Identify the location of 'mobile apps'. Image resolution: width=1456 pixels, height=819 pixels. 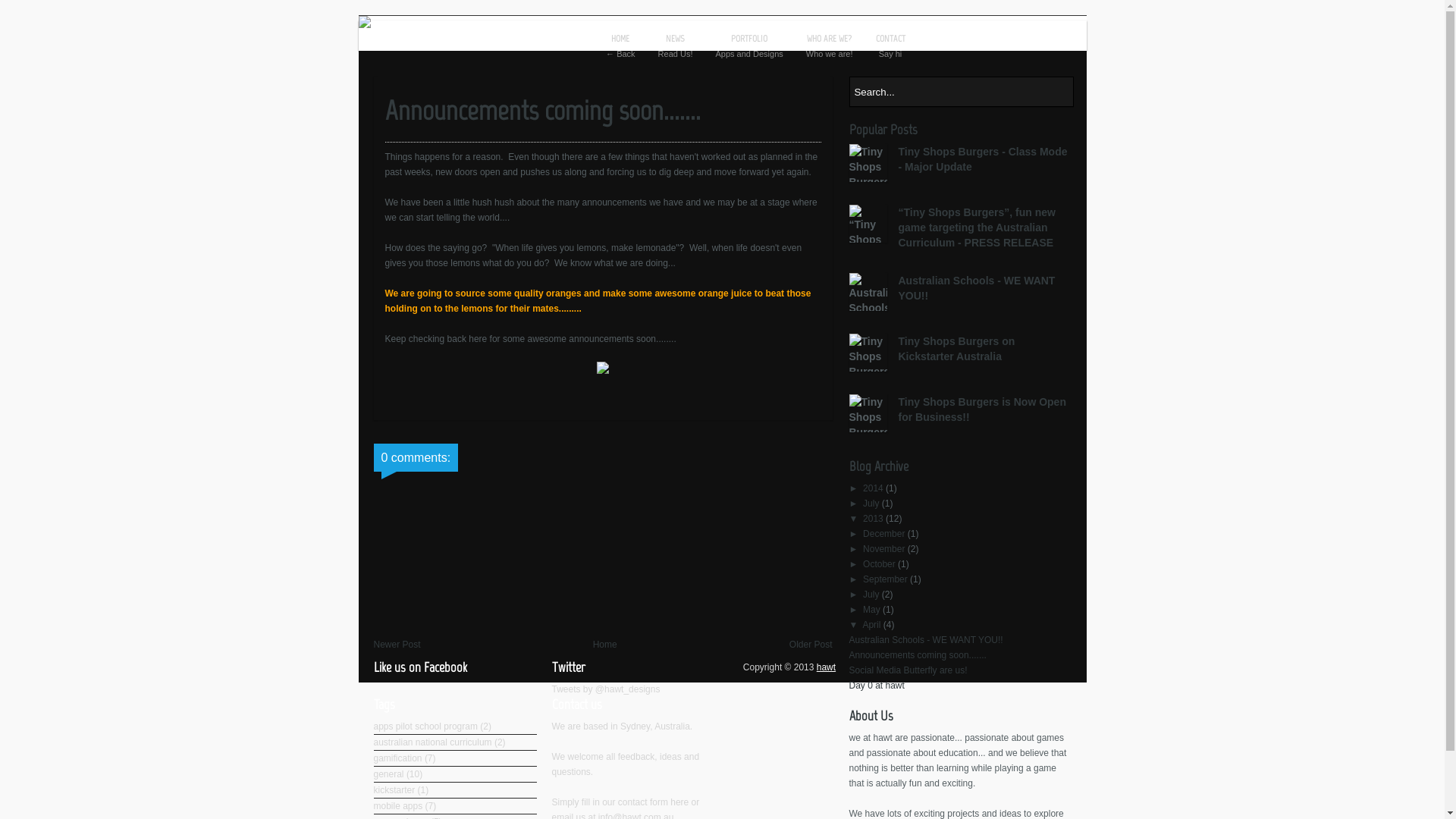
(372, 805).